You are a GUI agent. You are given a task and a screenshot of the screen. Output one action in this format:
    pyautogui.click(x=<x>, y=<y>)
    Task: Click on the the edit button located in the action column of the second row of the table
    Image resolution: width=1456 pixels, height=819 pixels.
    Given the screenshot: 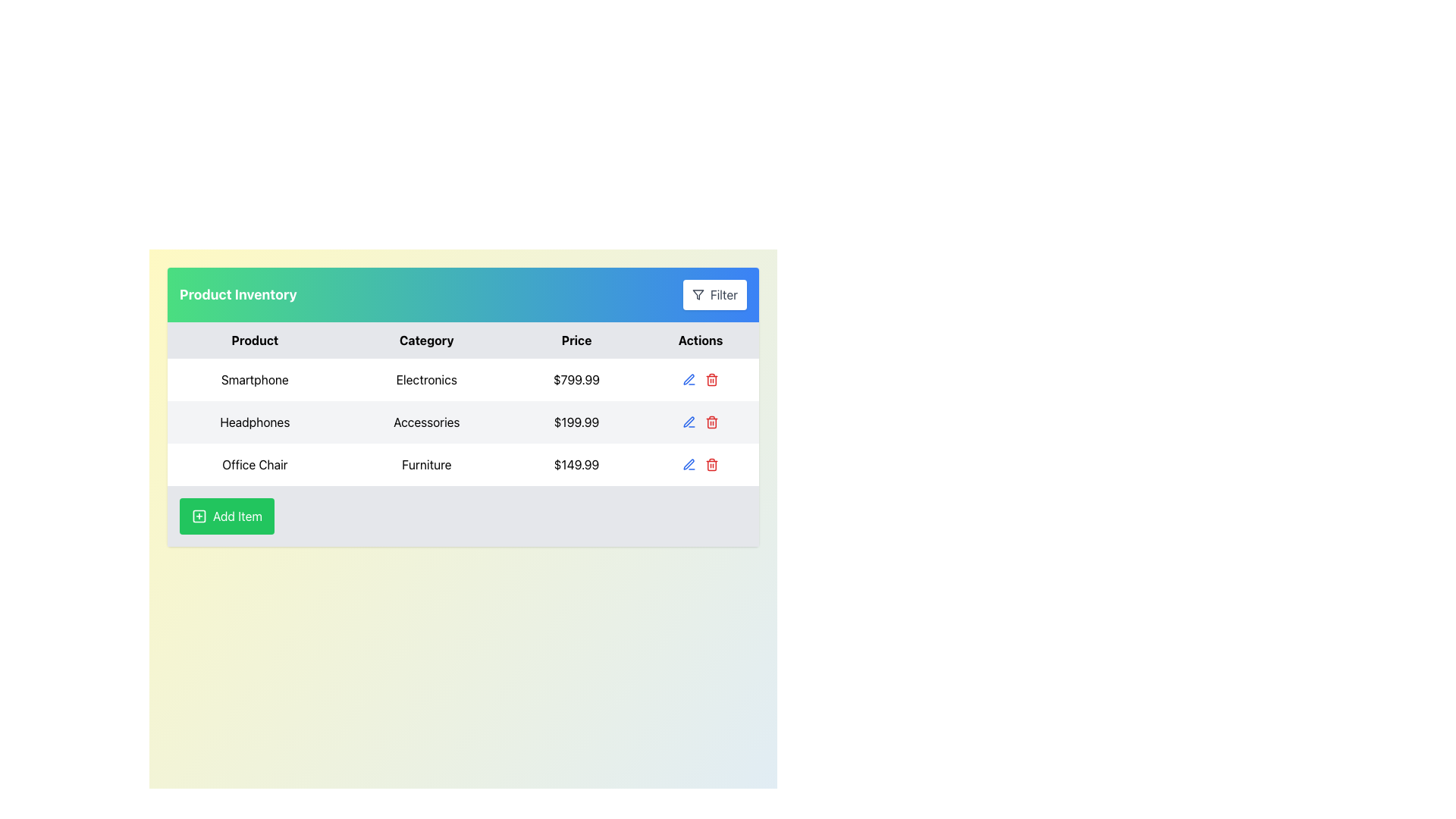 What is the action you would take?
    pyautogui.click(x=689, y=379)
    